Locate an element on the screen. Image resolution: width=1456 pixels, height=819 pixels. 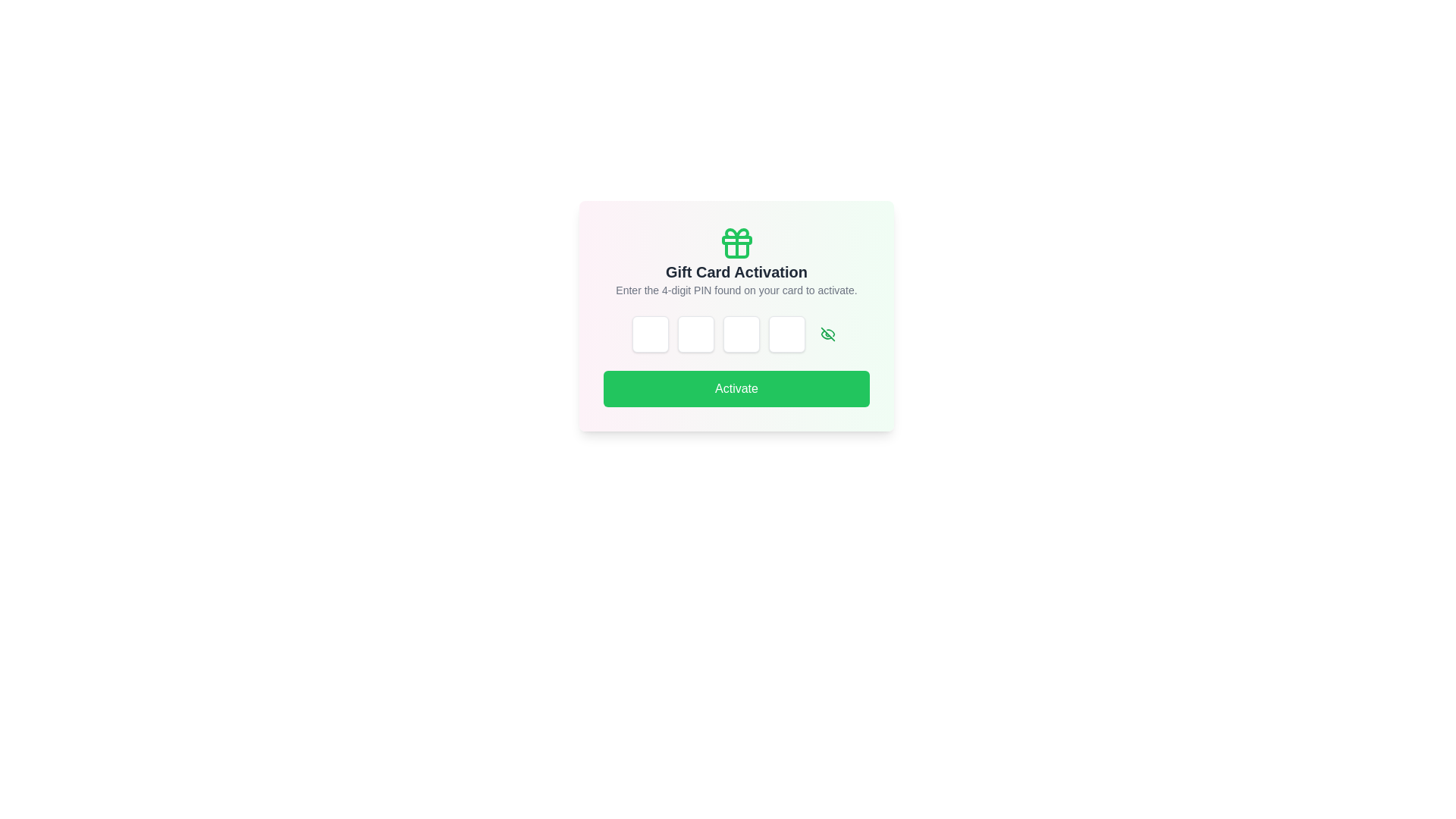
the crossed-out eye icon located to the right of the last PIN input box is located at coordinates (827, 333).